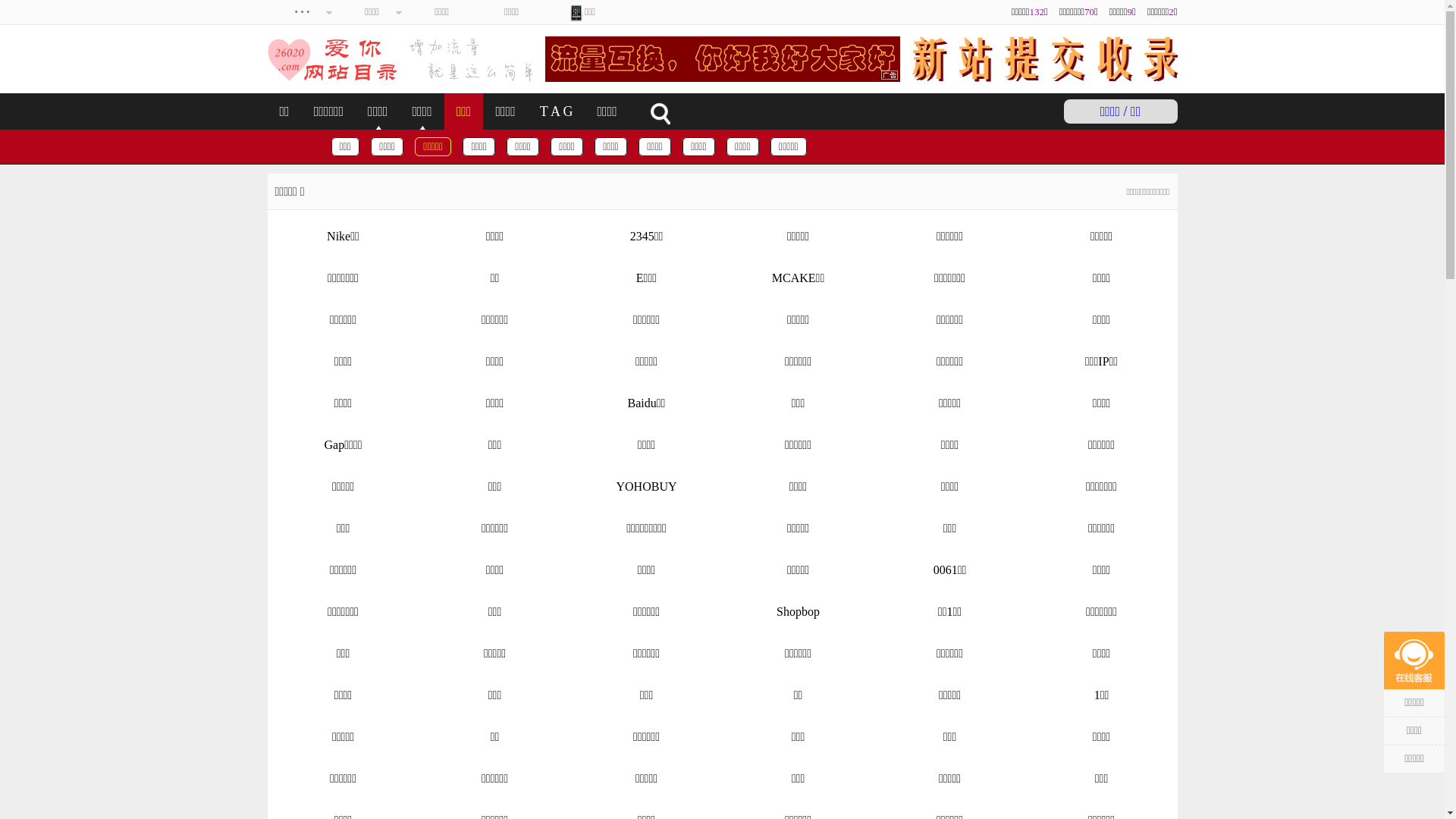  Describe the element at coordinates (796, 610) in the screenshot. I see `'Shopbop'` at that location.